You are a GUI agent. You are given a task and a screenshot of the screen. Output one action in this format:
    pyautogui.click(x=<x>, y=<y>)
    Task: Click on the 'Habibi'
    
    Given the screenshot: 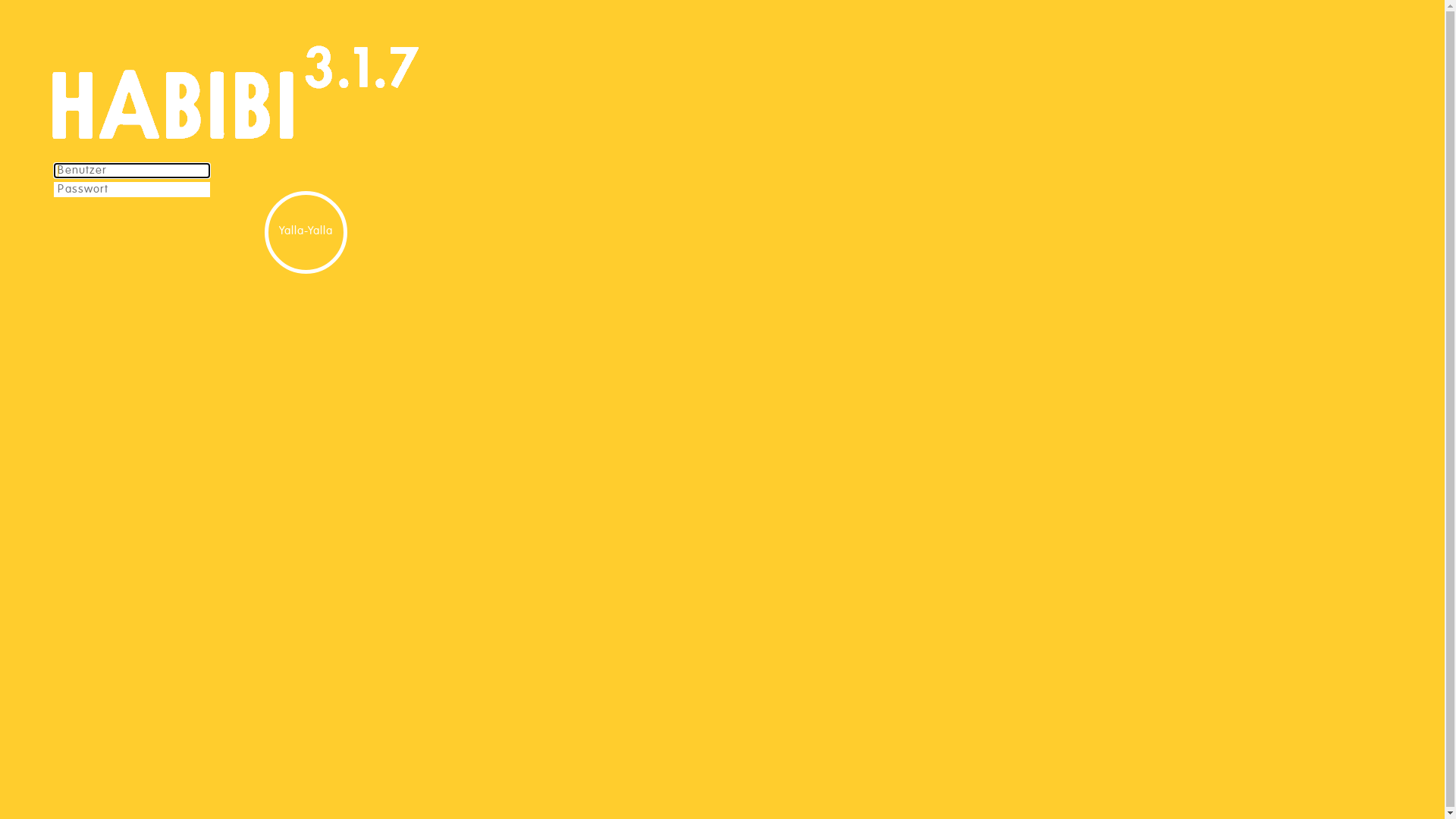 What is the action you would take?
    pyautogui.click(x=342, y=90)
    